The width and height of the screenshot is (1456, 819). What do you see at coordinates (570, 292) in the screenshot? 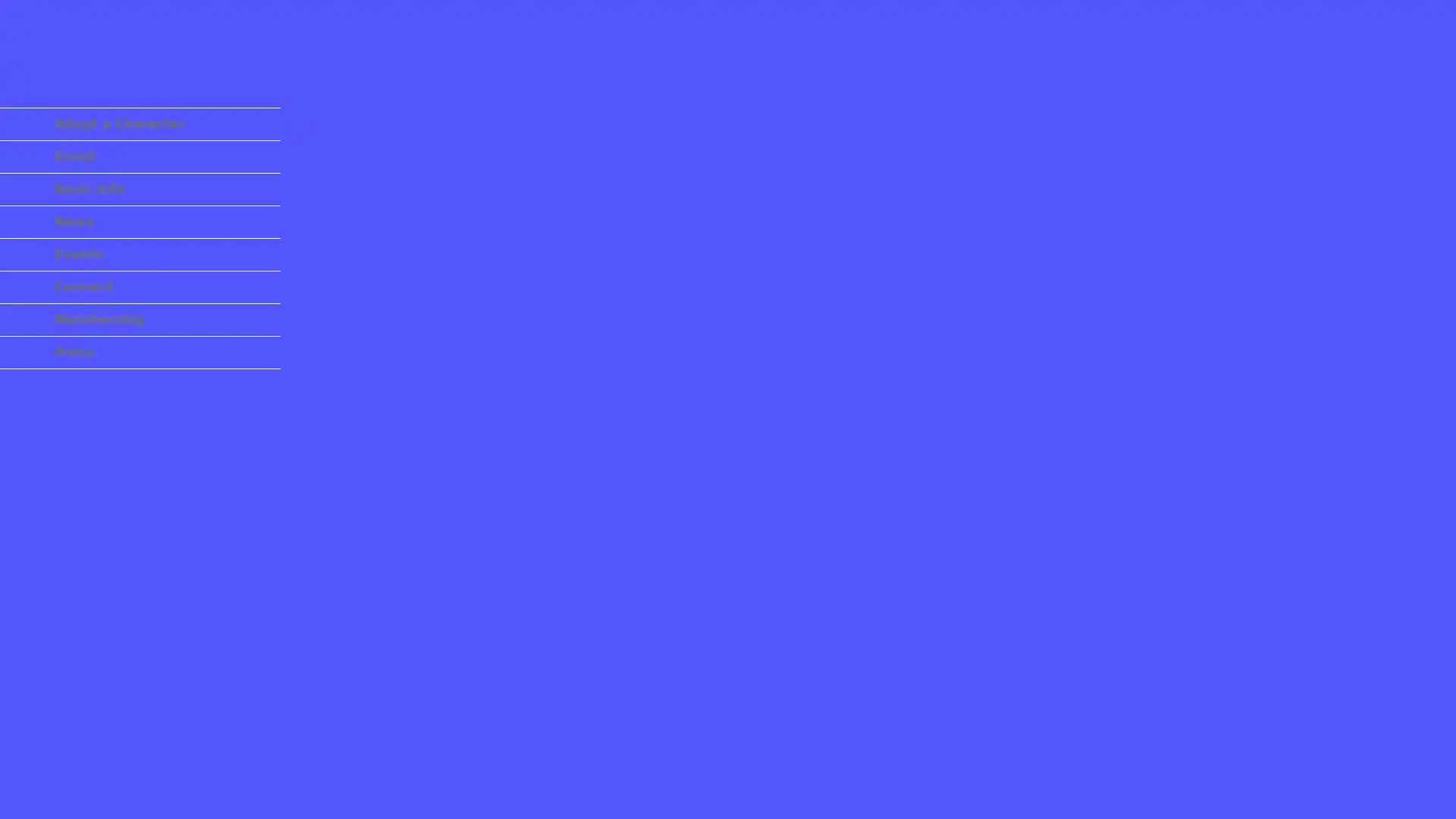
I see `U+00D7` at bounding box center [570, 292].